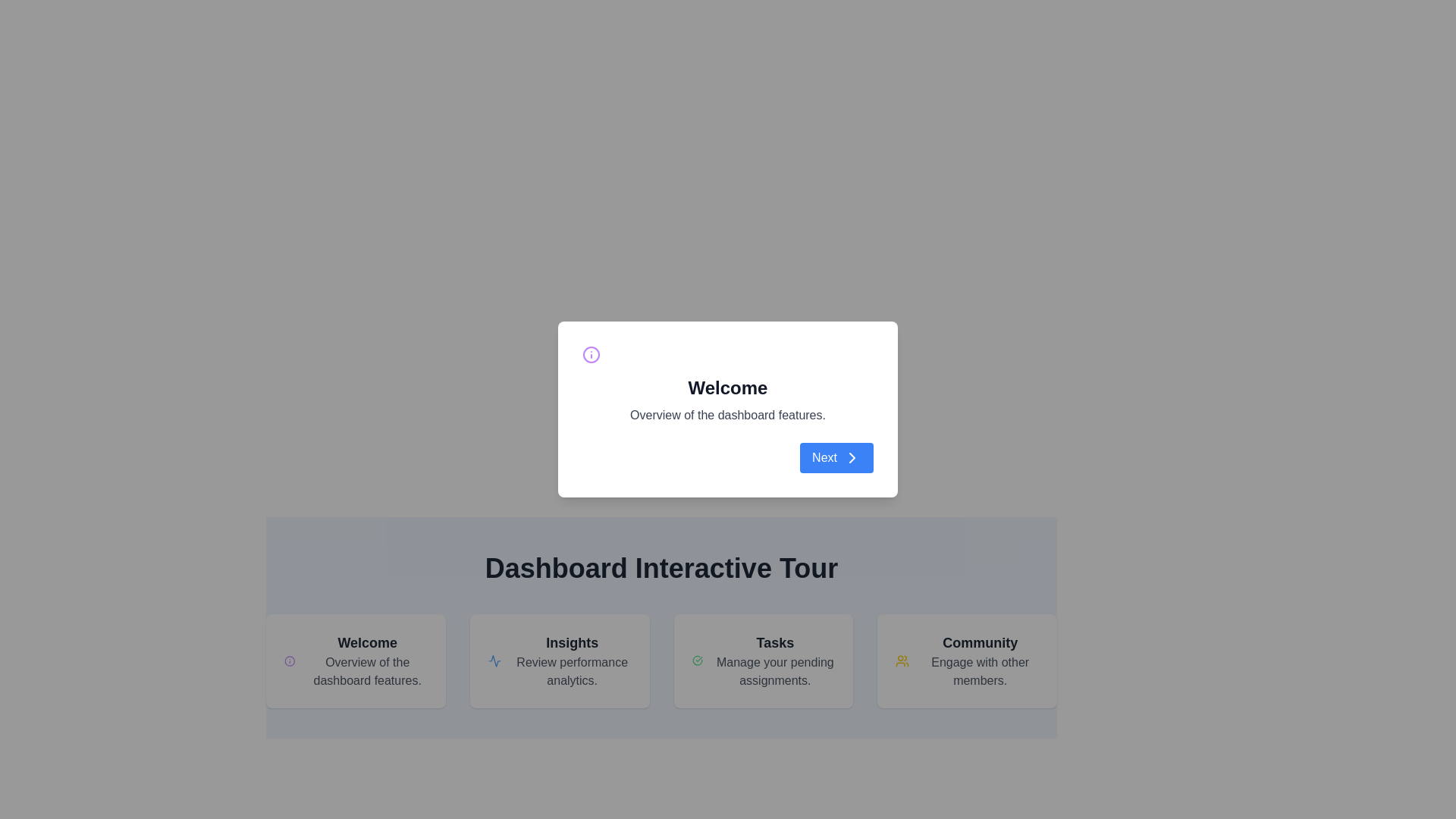 The image size is (1456, 819). Describe the element at coordinates (661, 568) in the screenshot. I see `the main heading element that introduces the content above the panels labeled 'Welcome', 'Insights', 'Tasks', and 'Community'` at that location.